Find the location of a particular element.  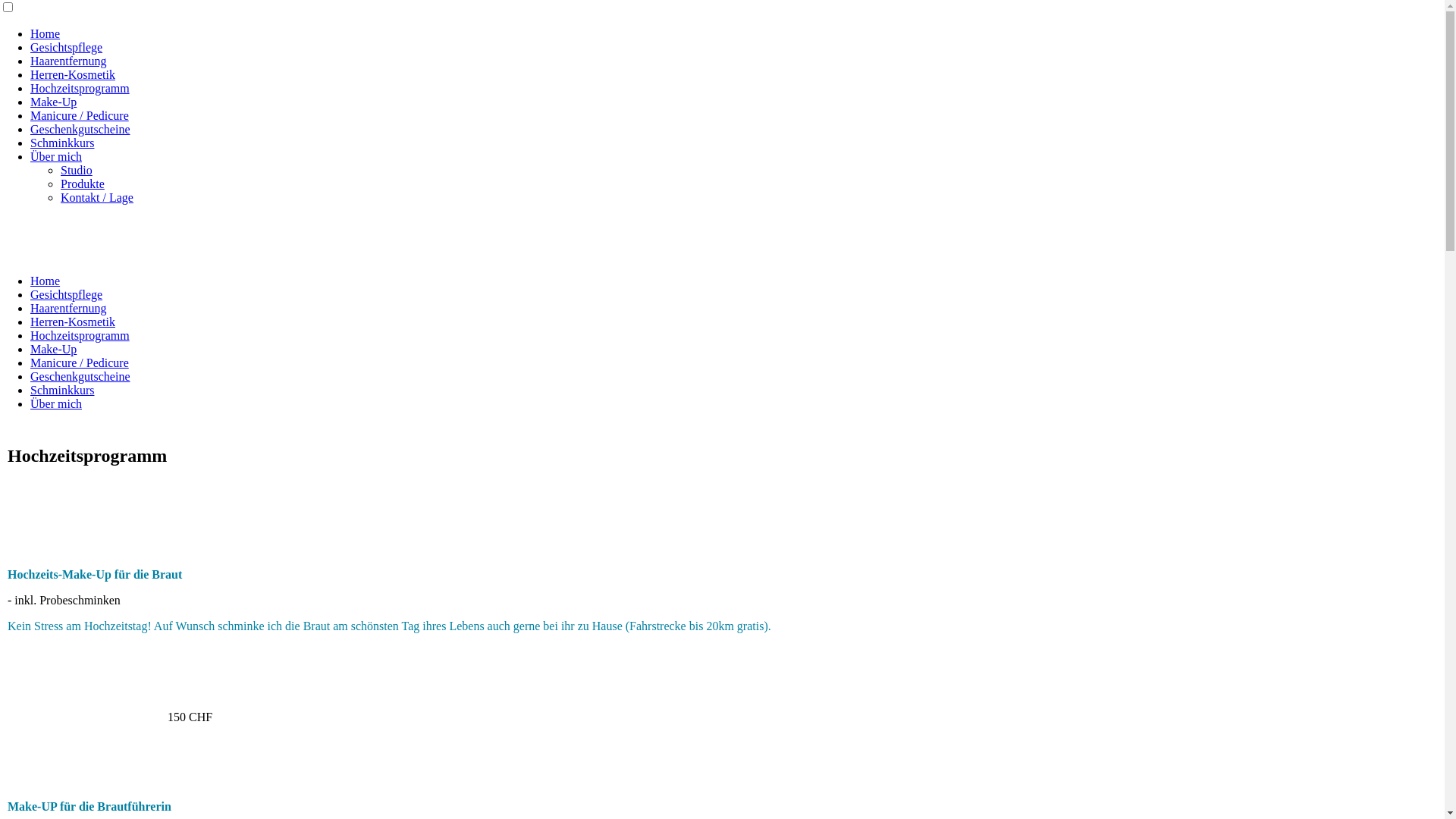

'Schminkkurs' is located at coordinates (61, 389).